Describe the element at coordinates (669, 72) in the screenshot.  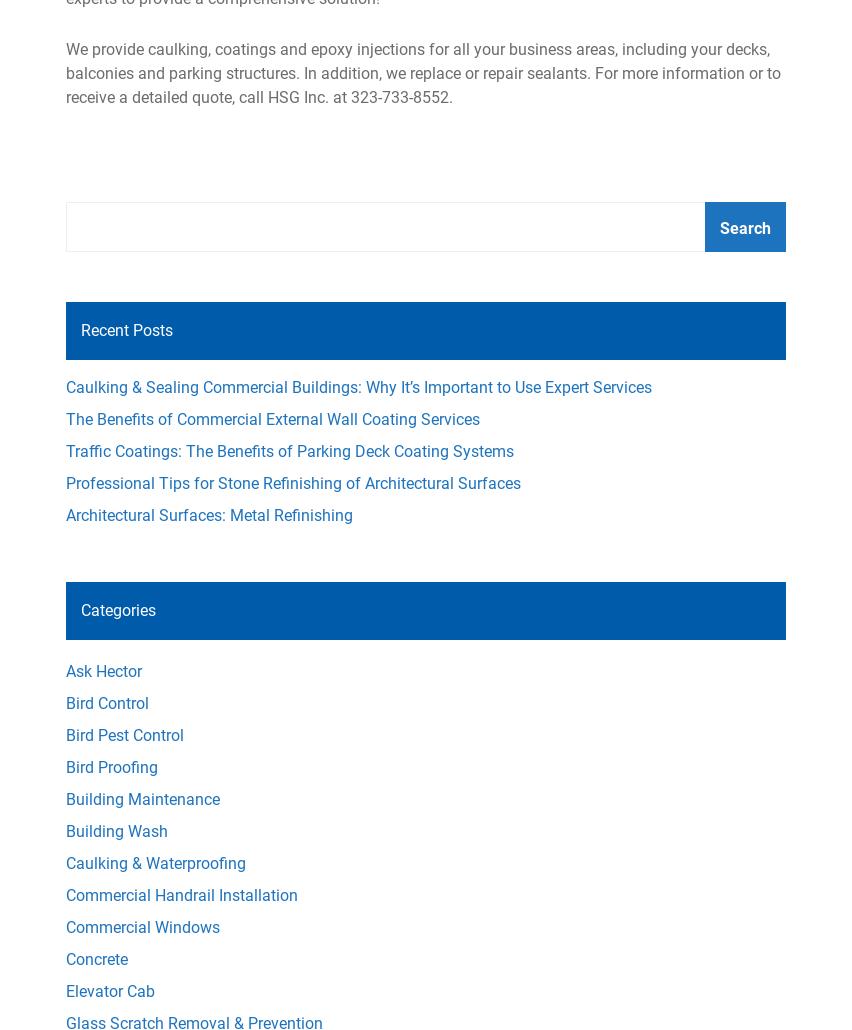
I see `'For more information'` at that location.